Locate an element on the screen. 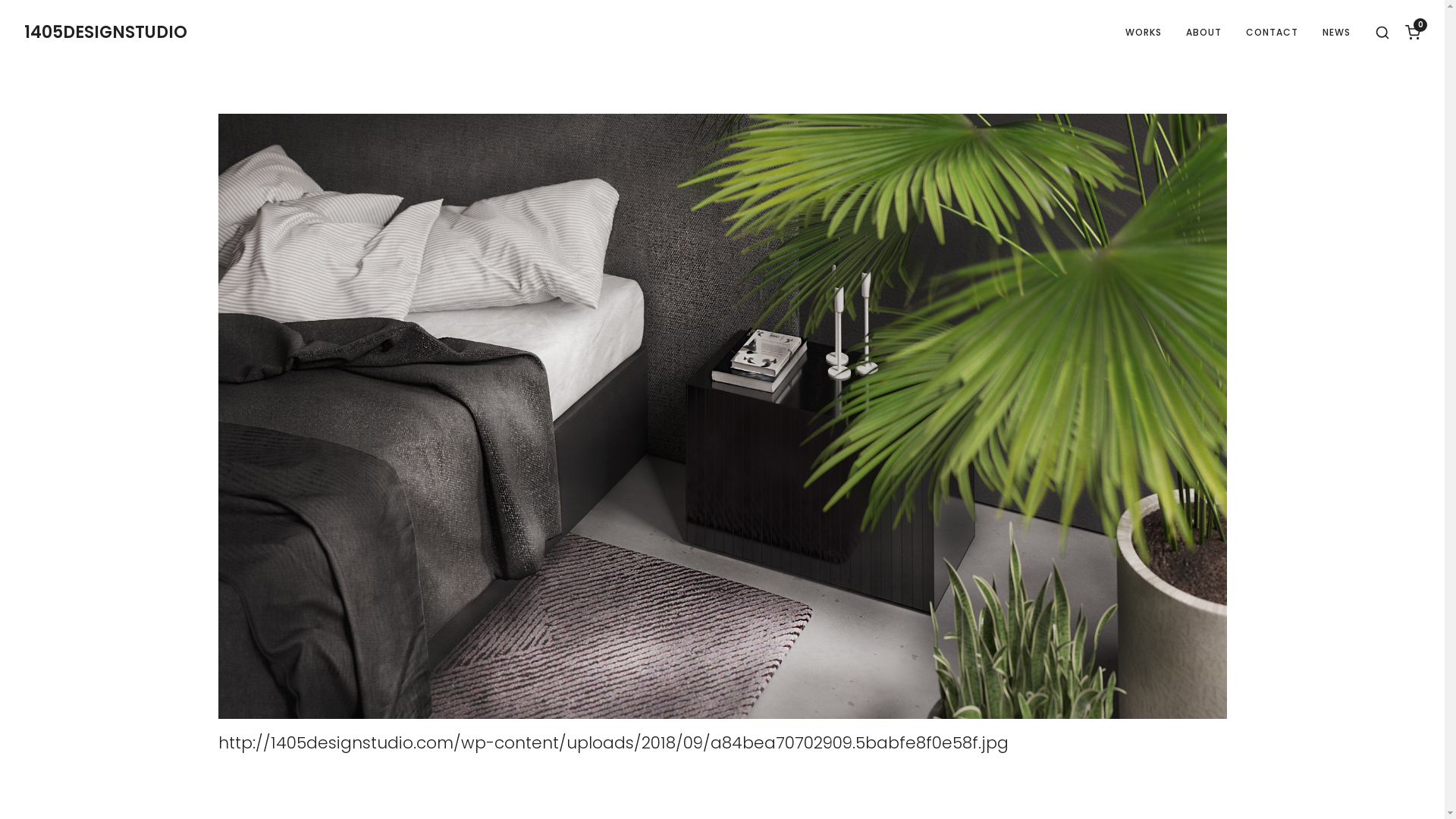 The height and width of the screenshot is (819, 1456). '0' is located at coordinates (1411, 32).